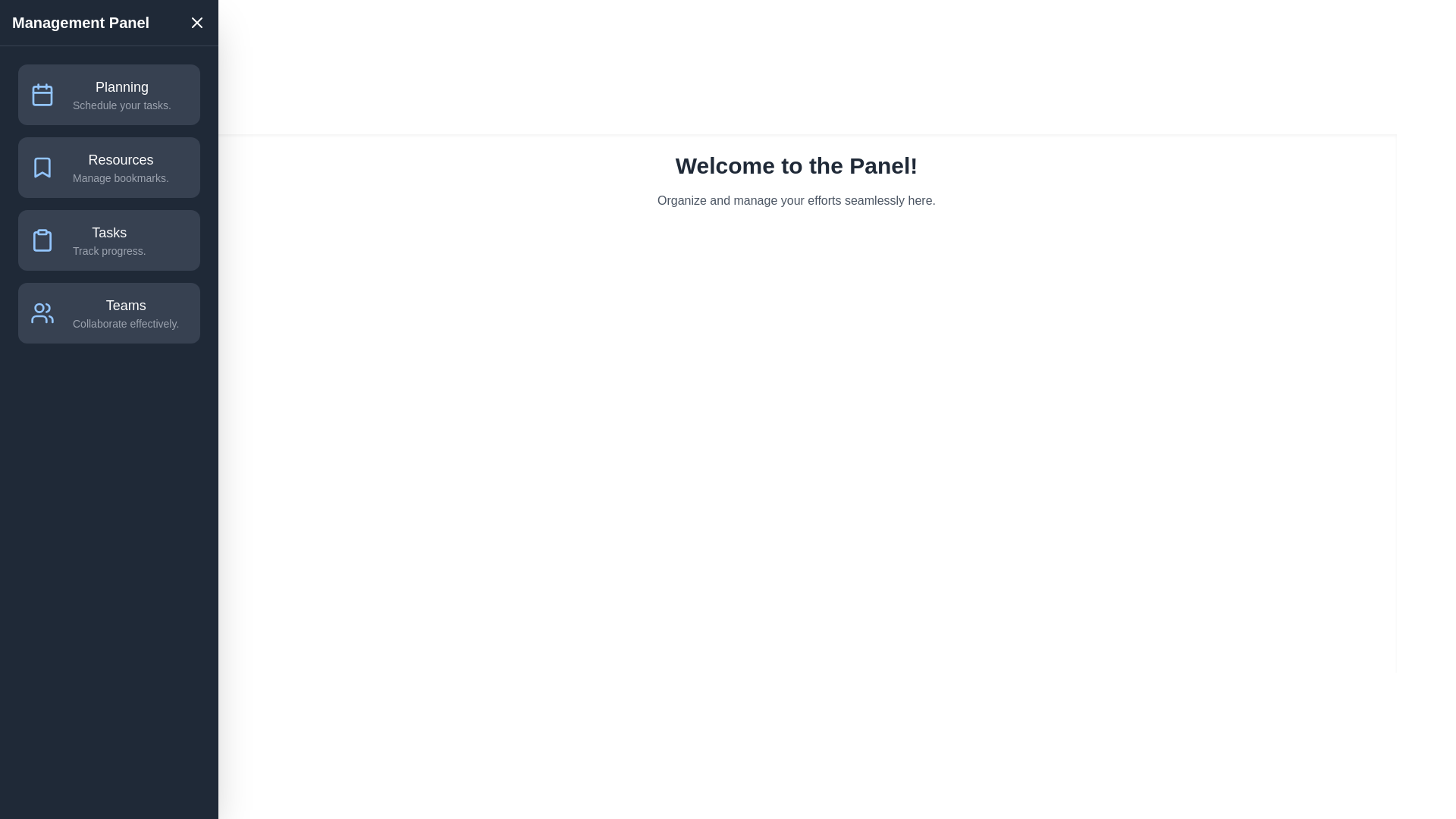 The width and height of the screenshot is (1456, 819). Describe the element at coordinates (196, 23) in the screenshot. I see `close button in the drawer header to close the drawer` at that location.